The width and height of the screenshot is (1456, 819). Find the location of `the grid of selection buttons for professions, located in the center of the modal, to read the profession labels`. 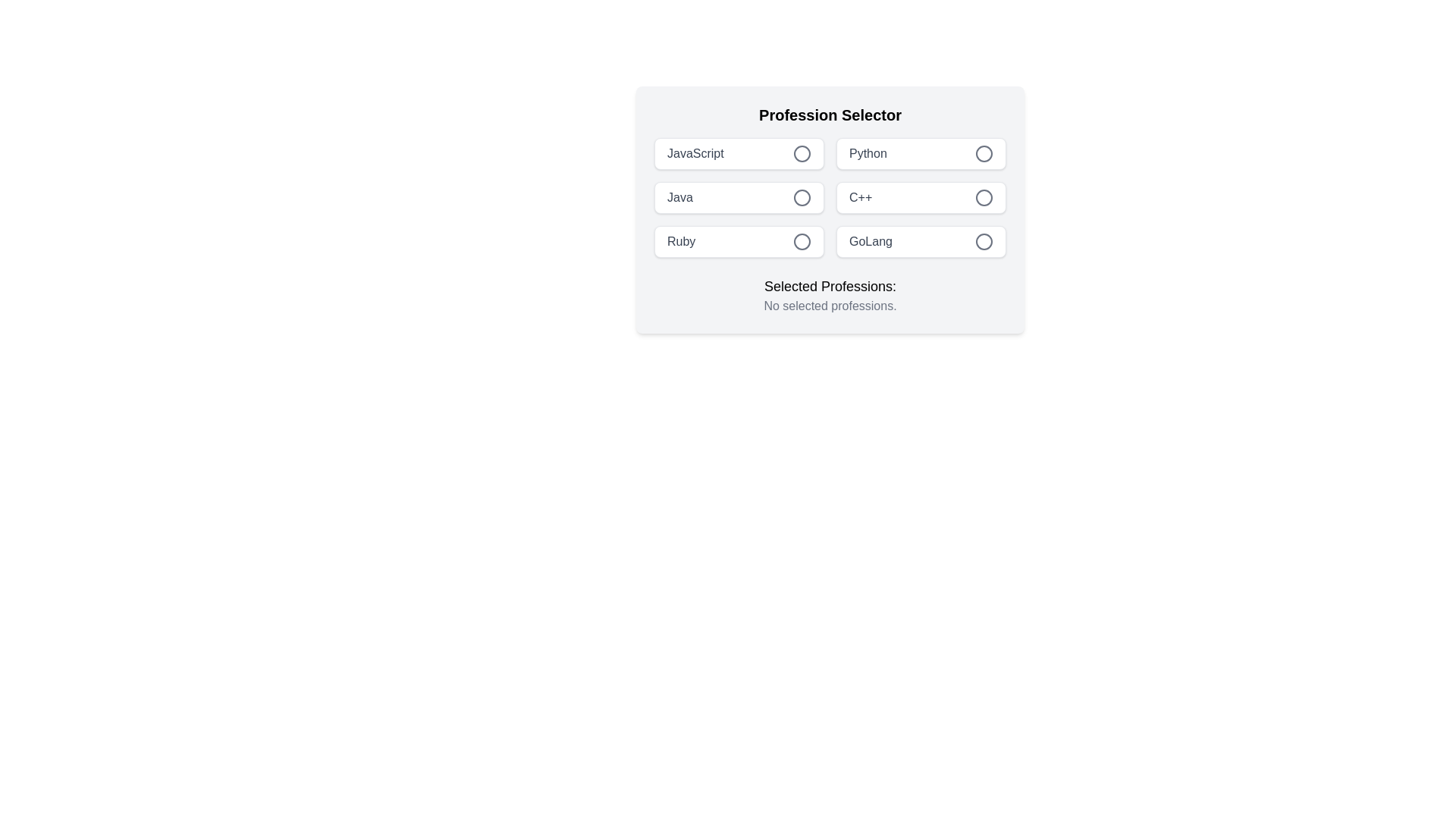

the grid of selection buttons for professions, located in the center of the modal, to read the profession labels is located at coordinates (829, 210).